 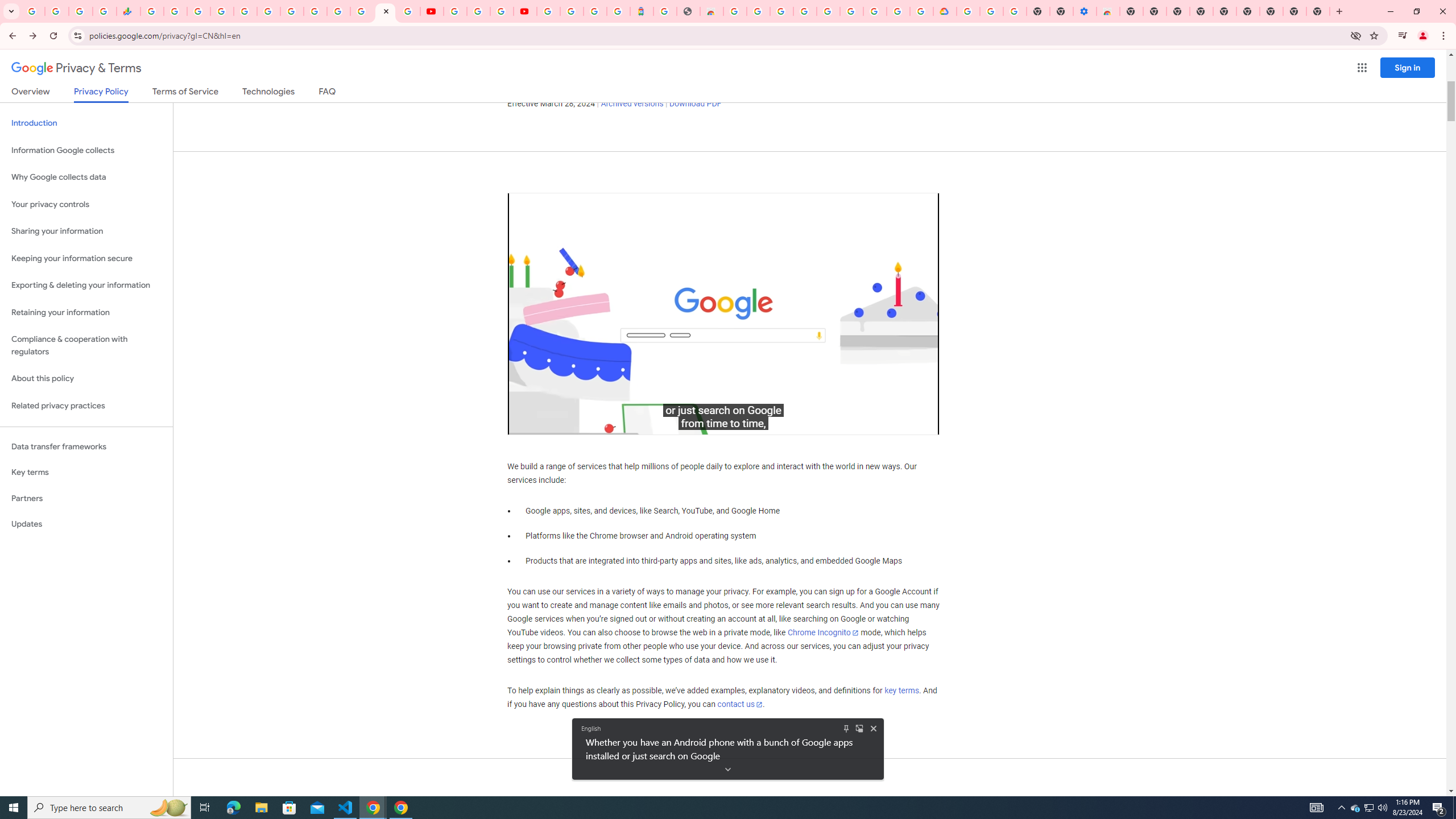 What do you see at coordinates (86, 205) in the screenshot?
I see `'Your privacy controls'` at bounding box center [86, 205].